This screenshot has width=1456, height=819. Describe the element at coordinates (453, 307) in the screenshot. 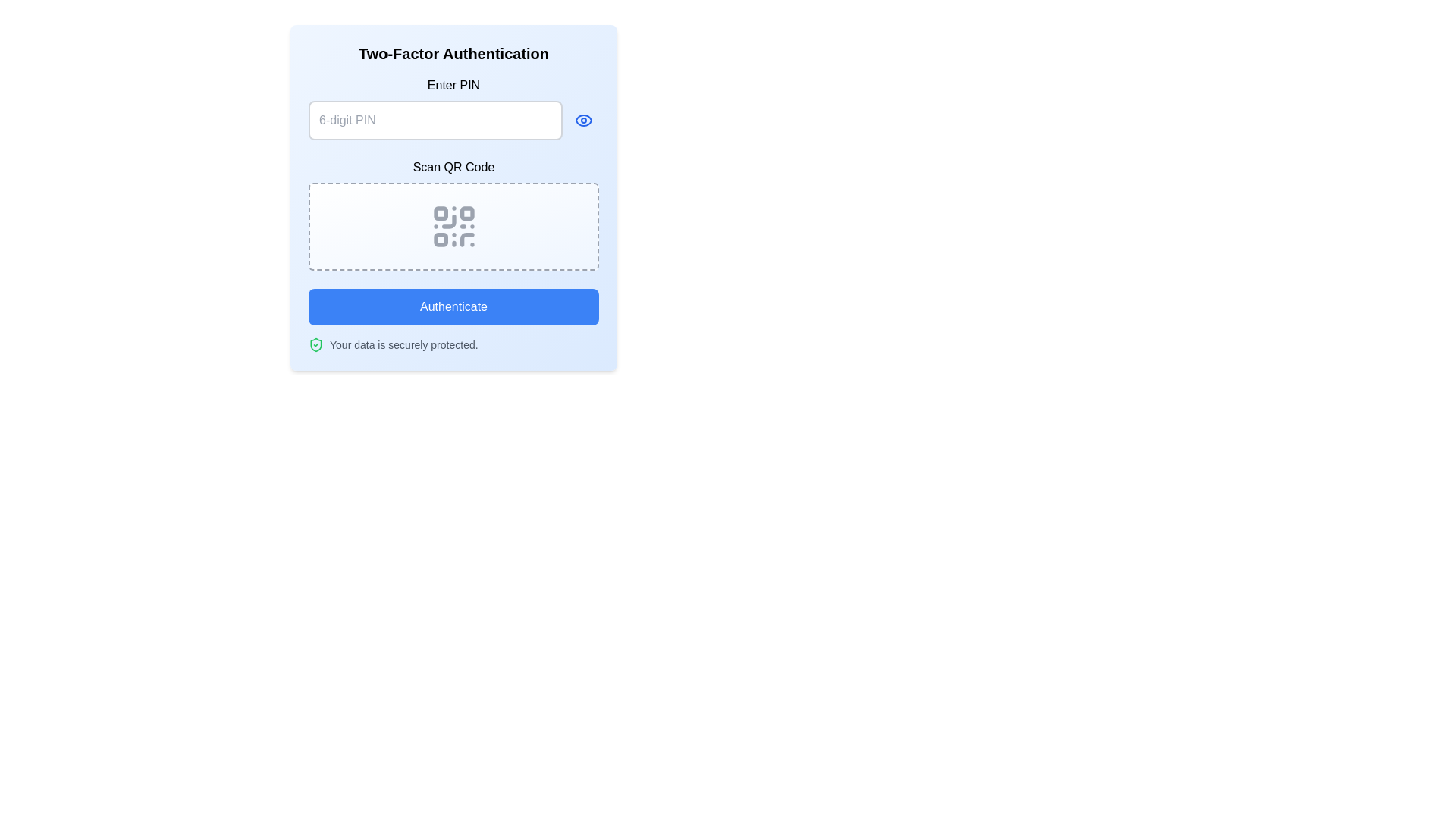

I see `the 'Authenticate' button` at that location.